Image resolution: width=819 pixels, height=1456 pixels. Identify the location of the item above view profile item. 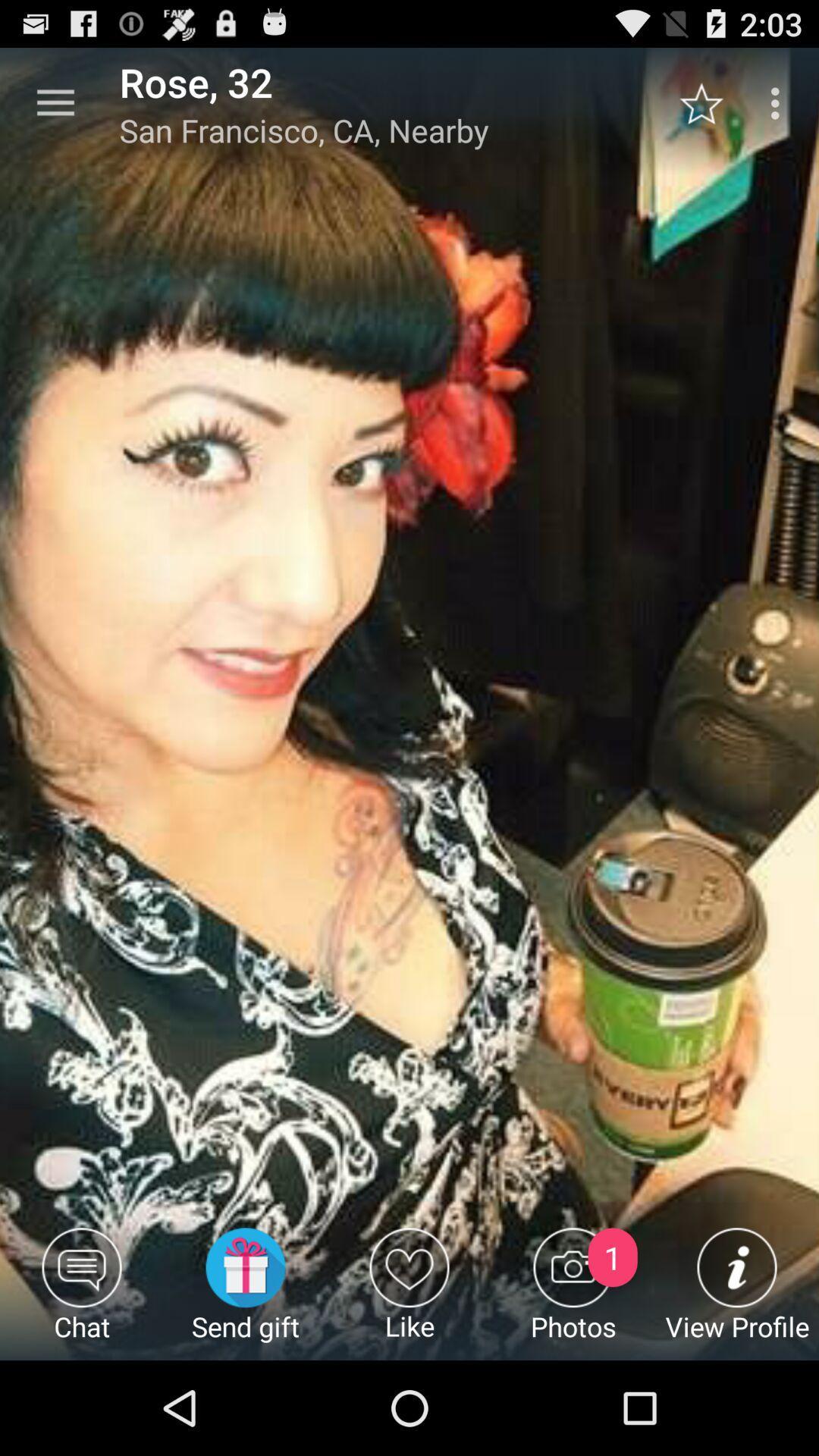
(779, 102).